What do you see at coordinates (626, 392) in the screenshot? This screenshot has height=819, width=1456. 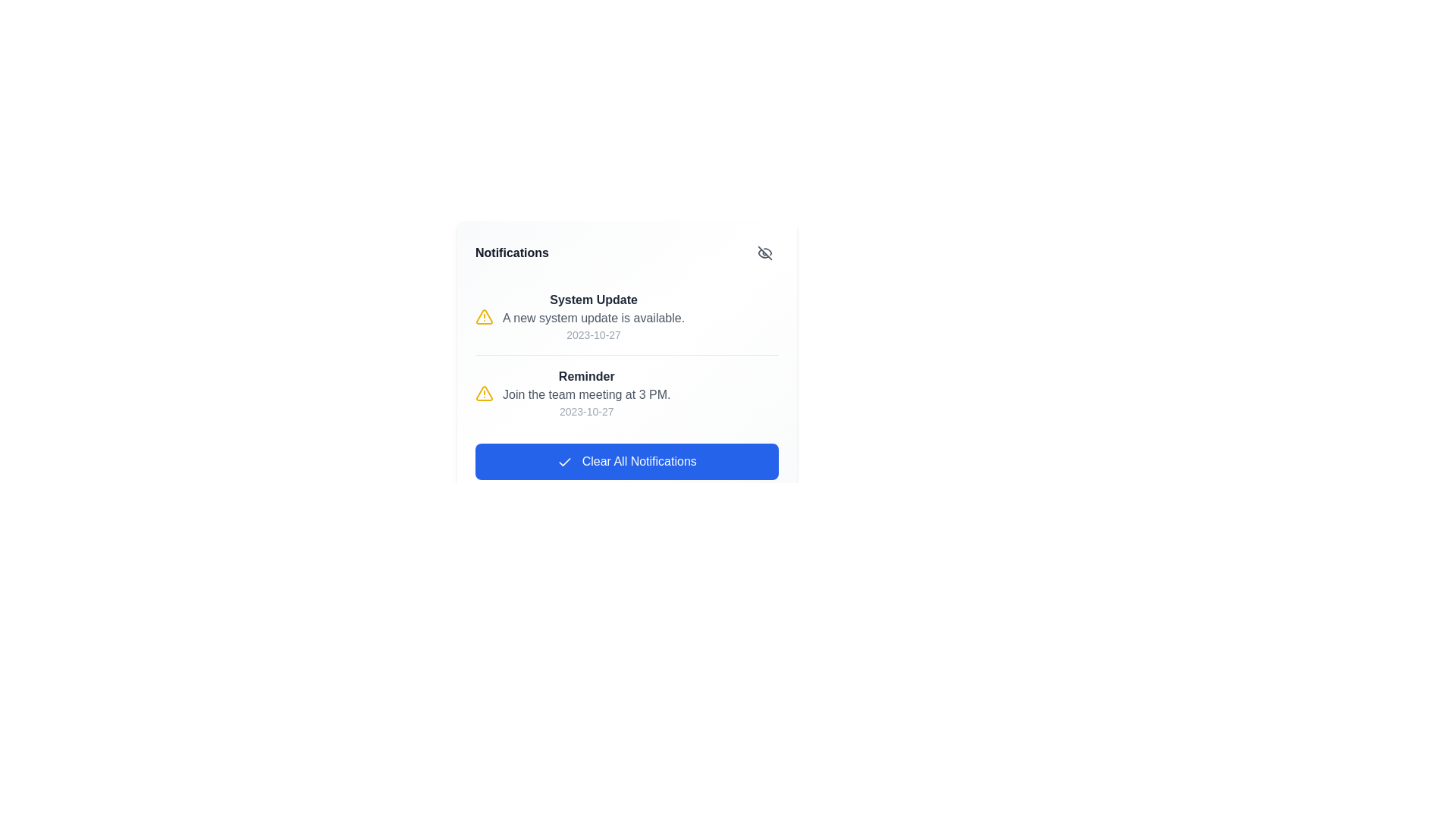 I see `reminder text from the notification entry titled 'Reminder' which includes the message 'Join the team meeting at 3 PM.'` at bounding box center [626, 392].